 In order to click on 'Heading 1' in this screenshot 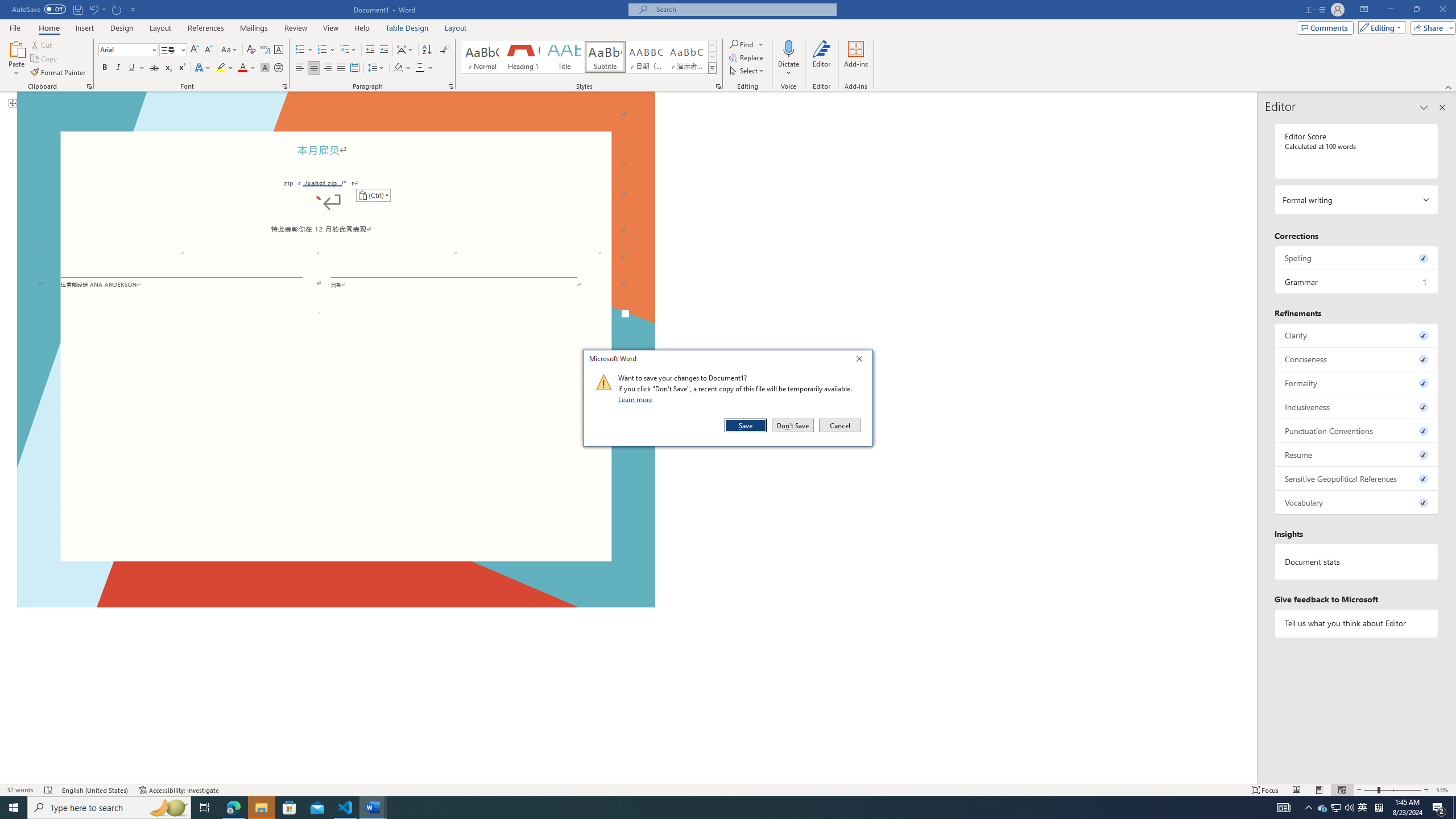, I will do `click(522, 56)`.